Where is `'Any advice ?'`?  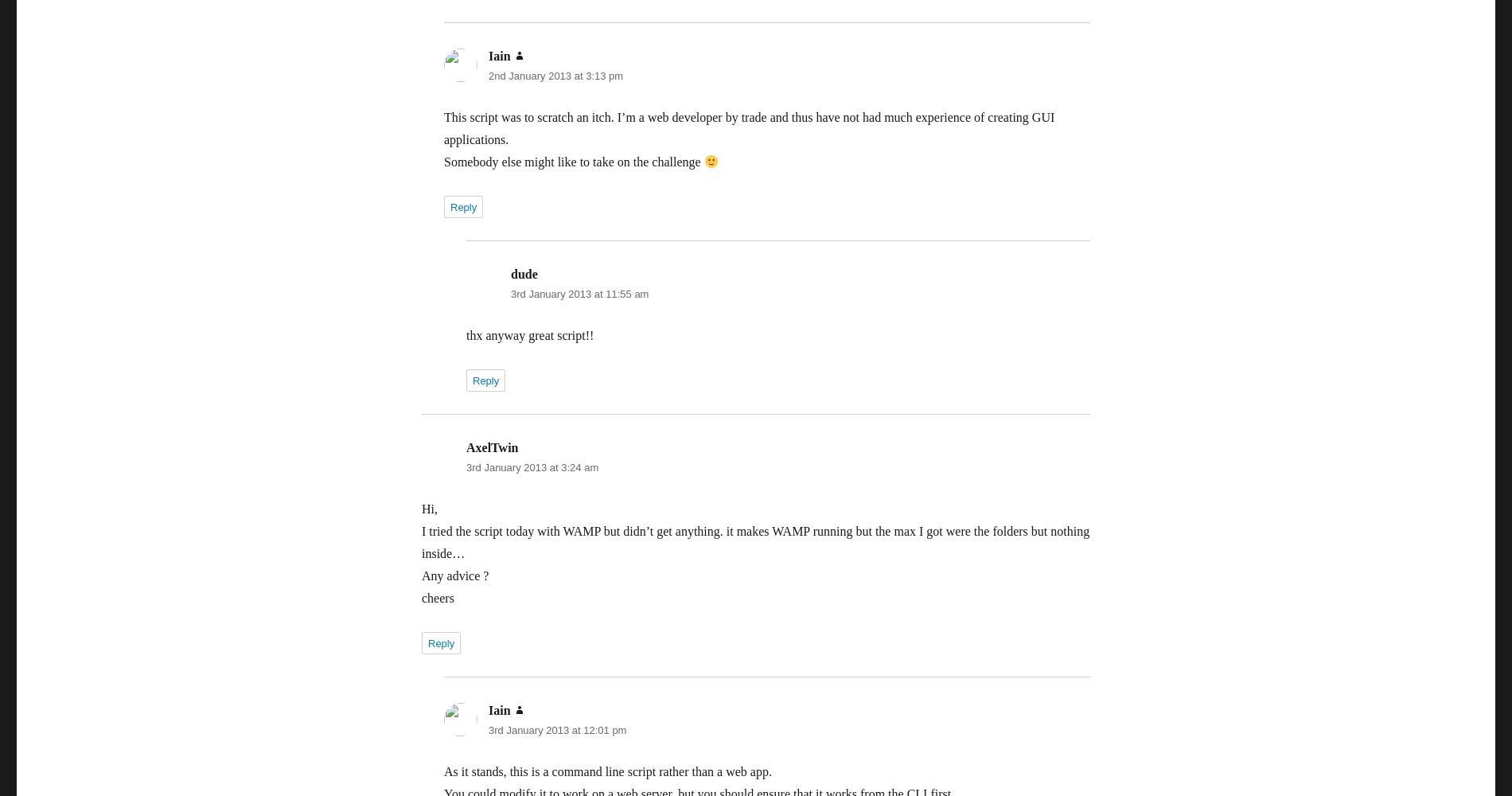 'Any advice ?' is located at coordinates (455, 575).